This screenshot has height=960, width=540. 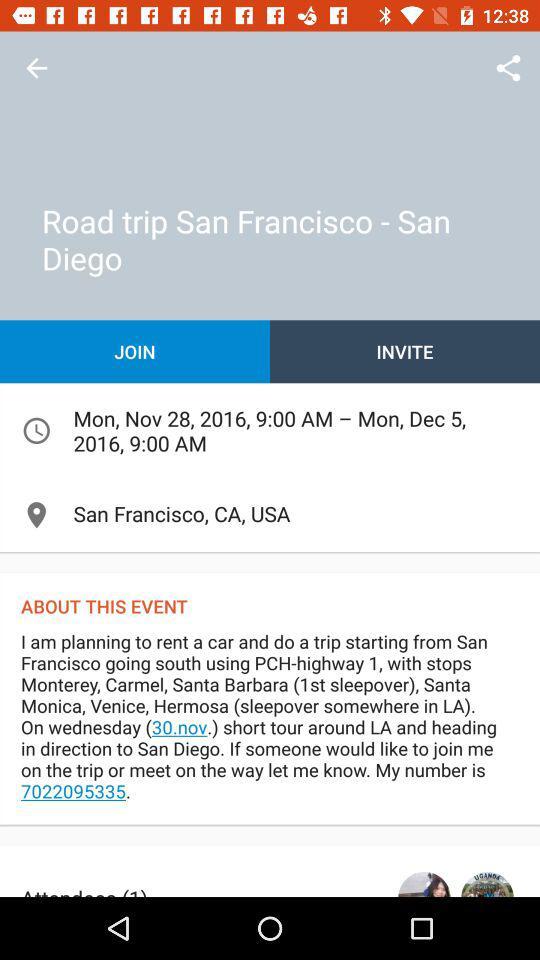 I want to click on invite icon, so click(x=405, y=351).